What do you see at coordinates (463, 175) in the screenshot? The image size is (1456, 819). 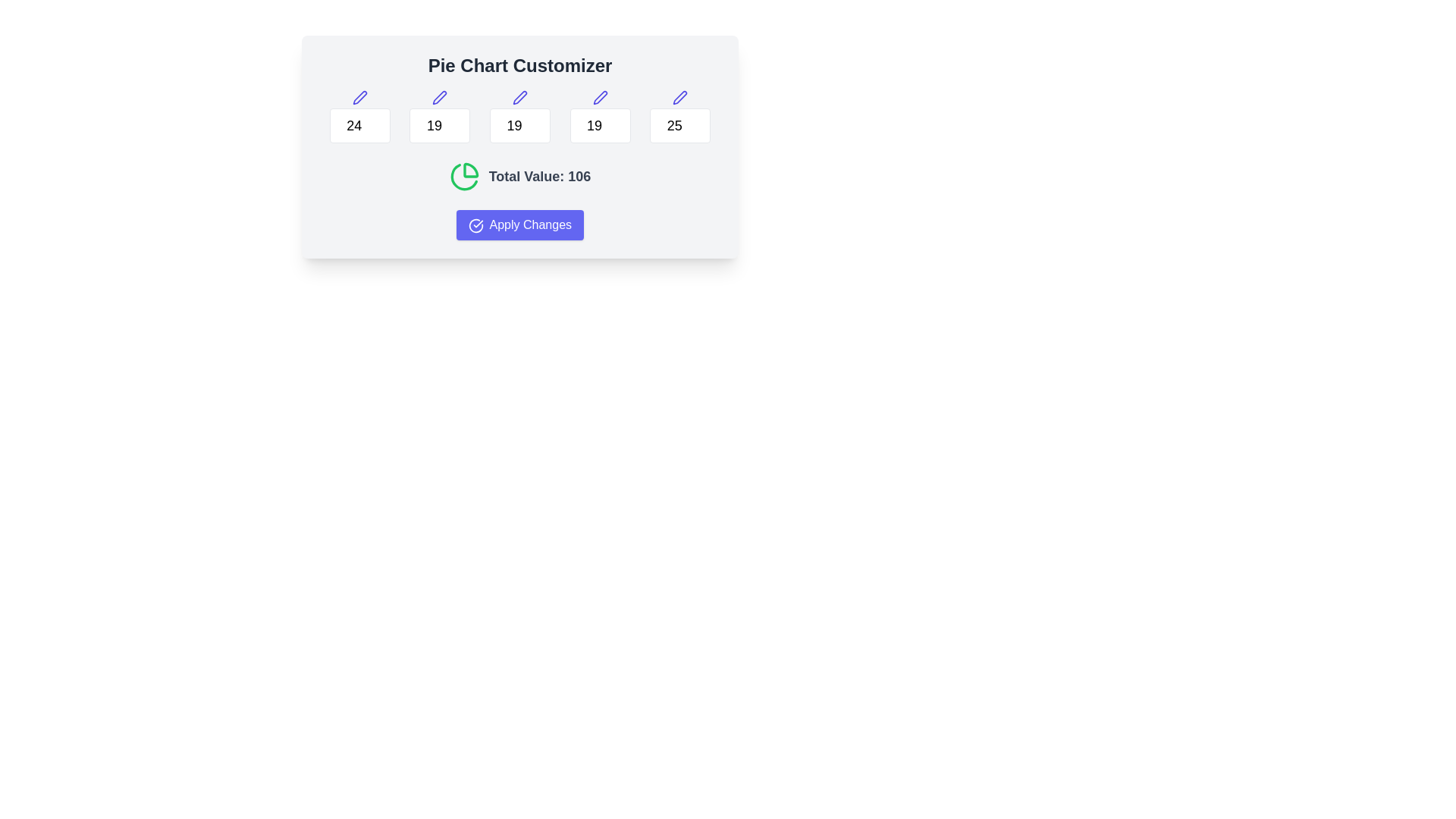 I see `the green pie chart icon, which is positioned to the left of the text 'Total Value: 106' in the lower section of the interface` at bounding box center [463, 175].